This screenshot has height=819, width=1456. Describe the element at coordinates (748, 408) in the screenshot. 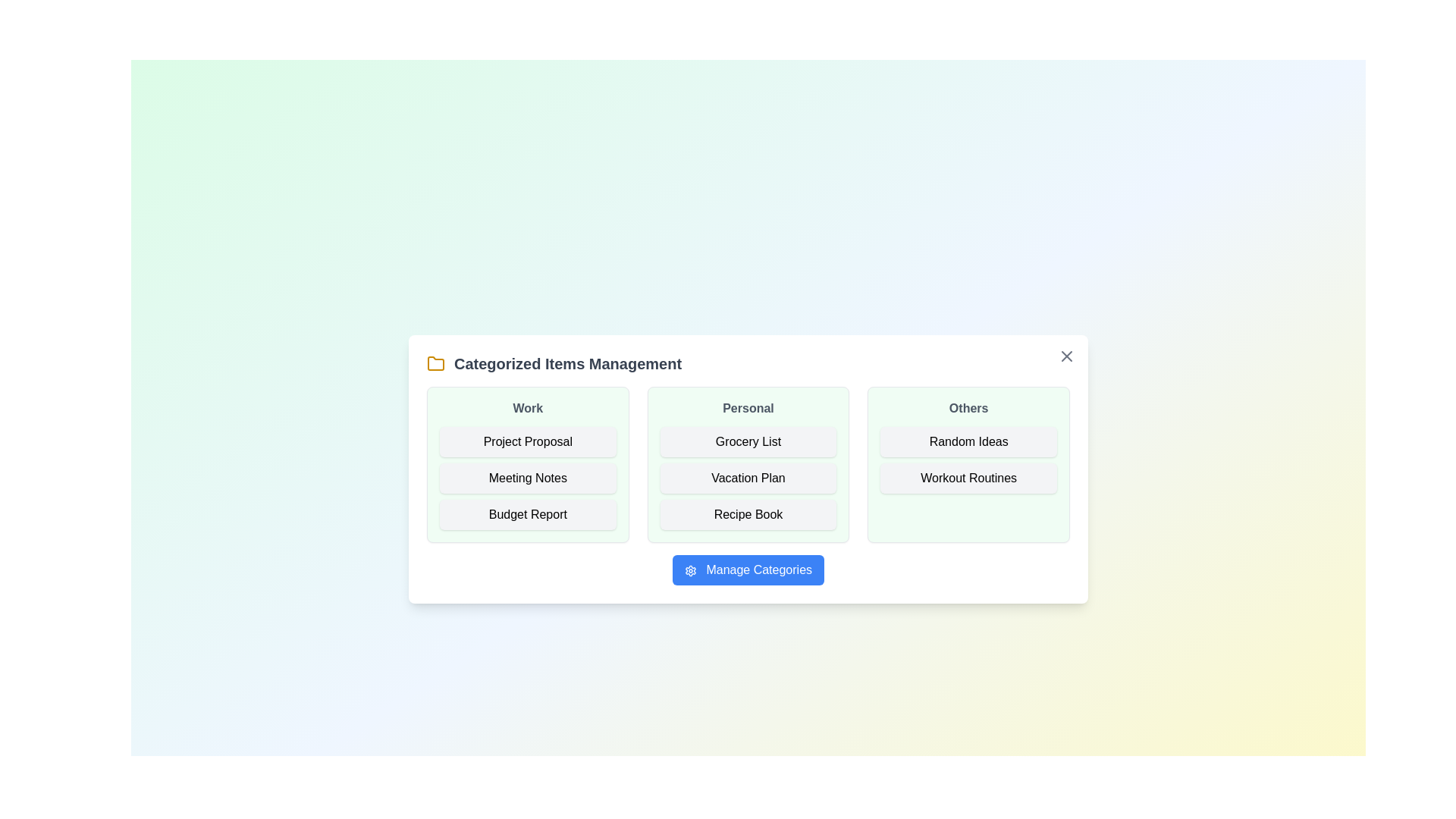

I see `the category header Personal to select it` at that location.